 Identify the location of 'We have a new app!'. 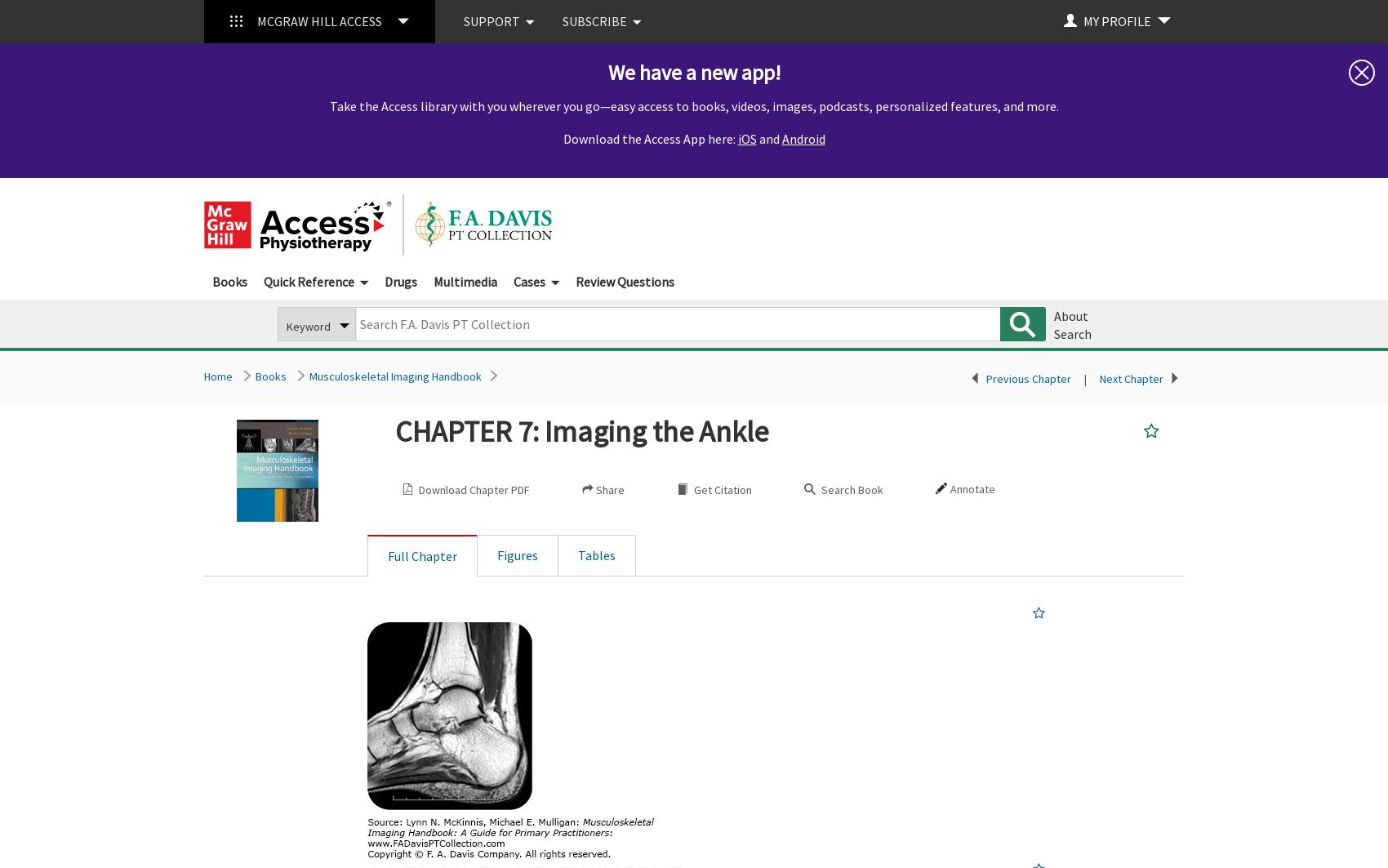
(692, 72).